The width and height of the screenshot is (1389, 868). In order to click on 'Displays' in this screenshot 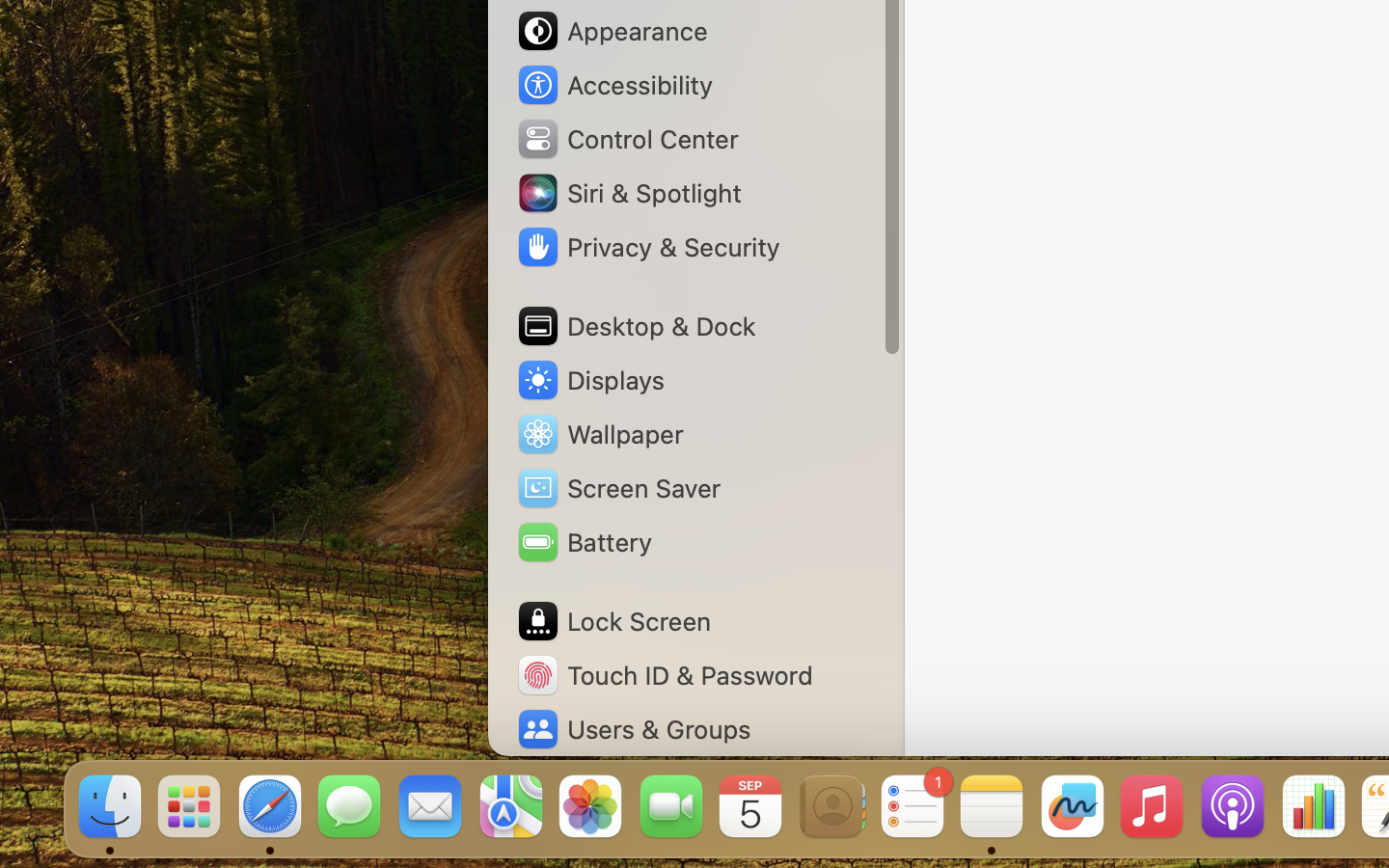, I will do `click(589, 380)`.